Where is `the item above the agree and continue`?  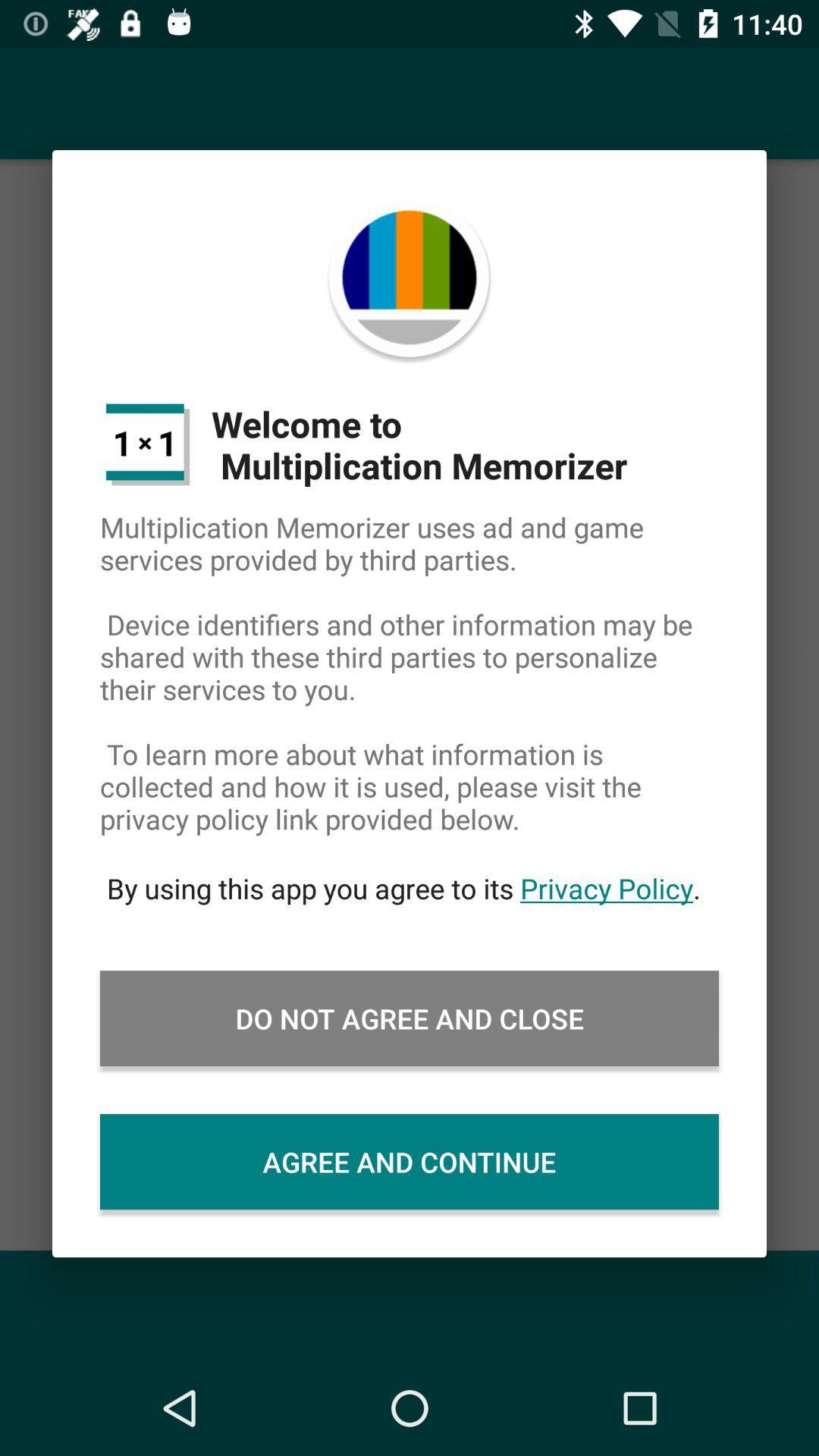
the item above the agree and continue is located at coordinates (409, 1018).